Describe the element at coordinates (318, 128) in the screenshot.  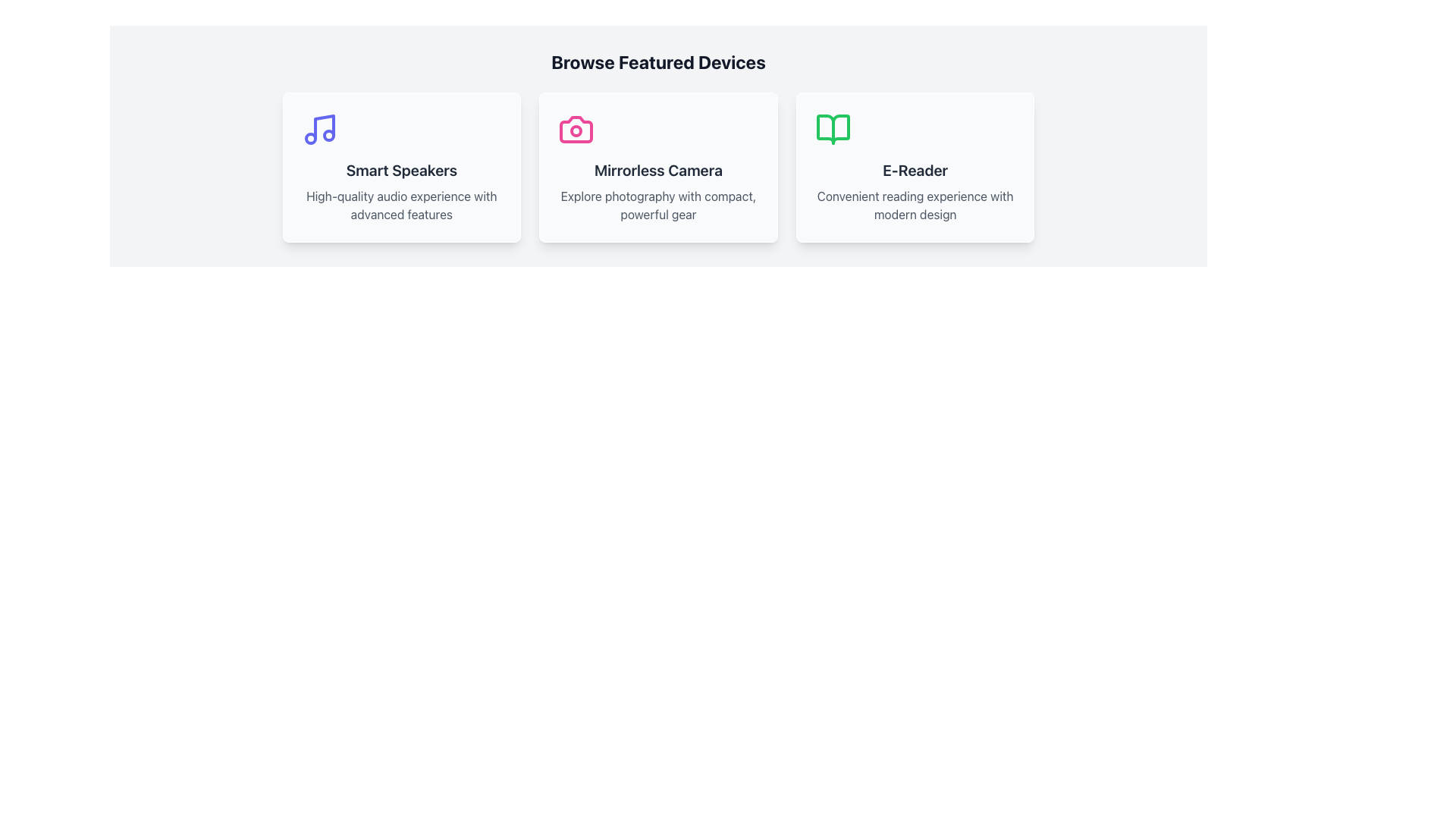
I see `the music icon with a violet outline located above the 'Smart Speakers' text in the 'Browse Featured Devices' section` at that location.